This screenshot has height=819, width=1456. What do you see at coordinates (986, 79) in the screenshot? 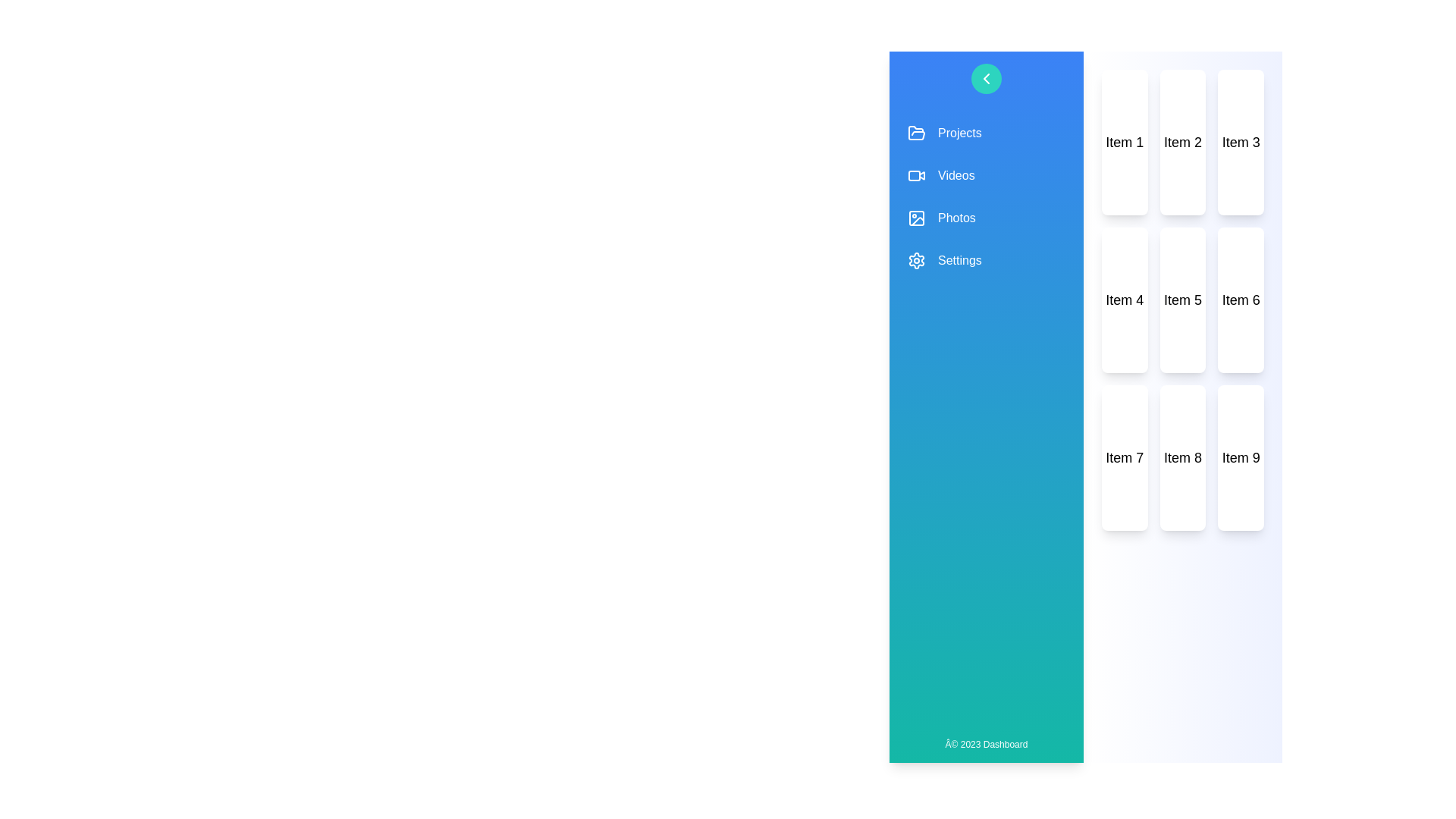
I see `toggle button to toggle the sidebar open or closed` at bounding box center [986, 79].